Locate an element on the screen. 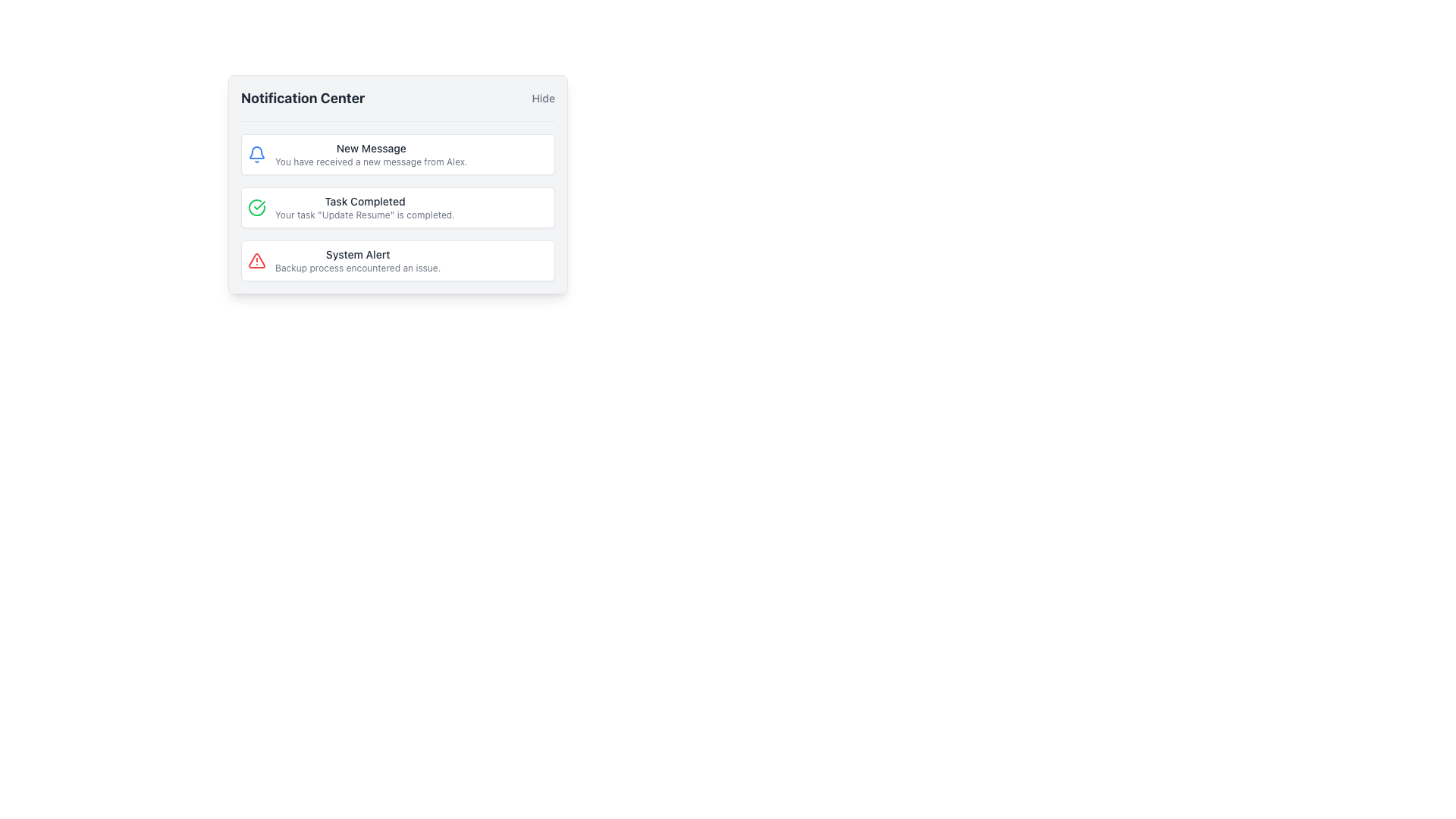 This screenshot has width=1456, height=819. the textual notification displaying 'Task Completed' which indicates that the task 'Update Resume' is completed, located in the notification center interface is located at coordinates (365, 207).